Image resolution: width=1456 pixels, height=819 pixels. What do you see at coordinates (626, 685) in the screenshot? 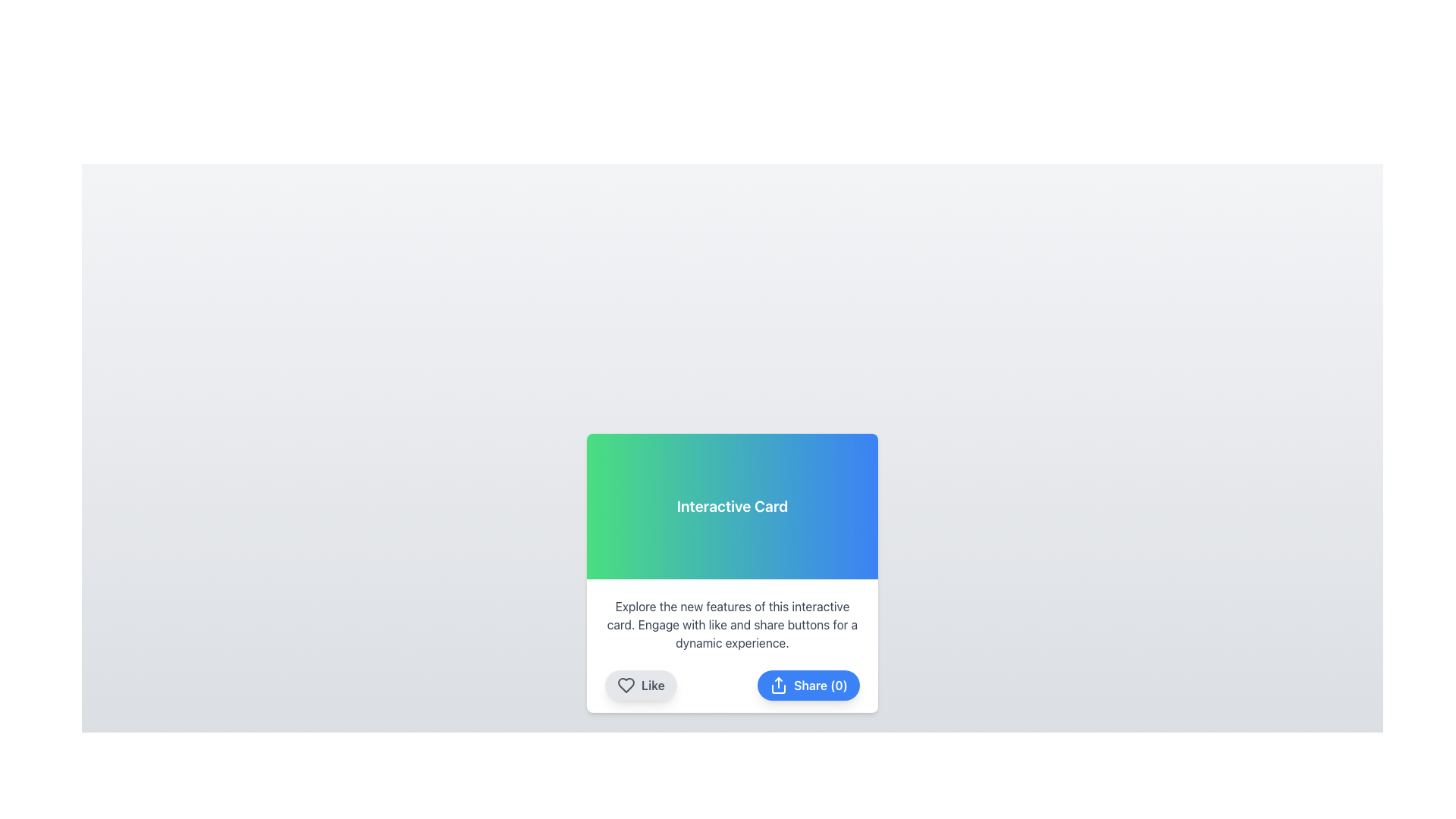
I see `the heart-shaped icon with a thin black outline located to the left of the 'Like' button in the bottom-left corner of the card` at bounding box center [626, 685].